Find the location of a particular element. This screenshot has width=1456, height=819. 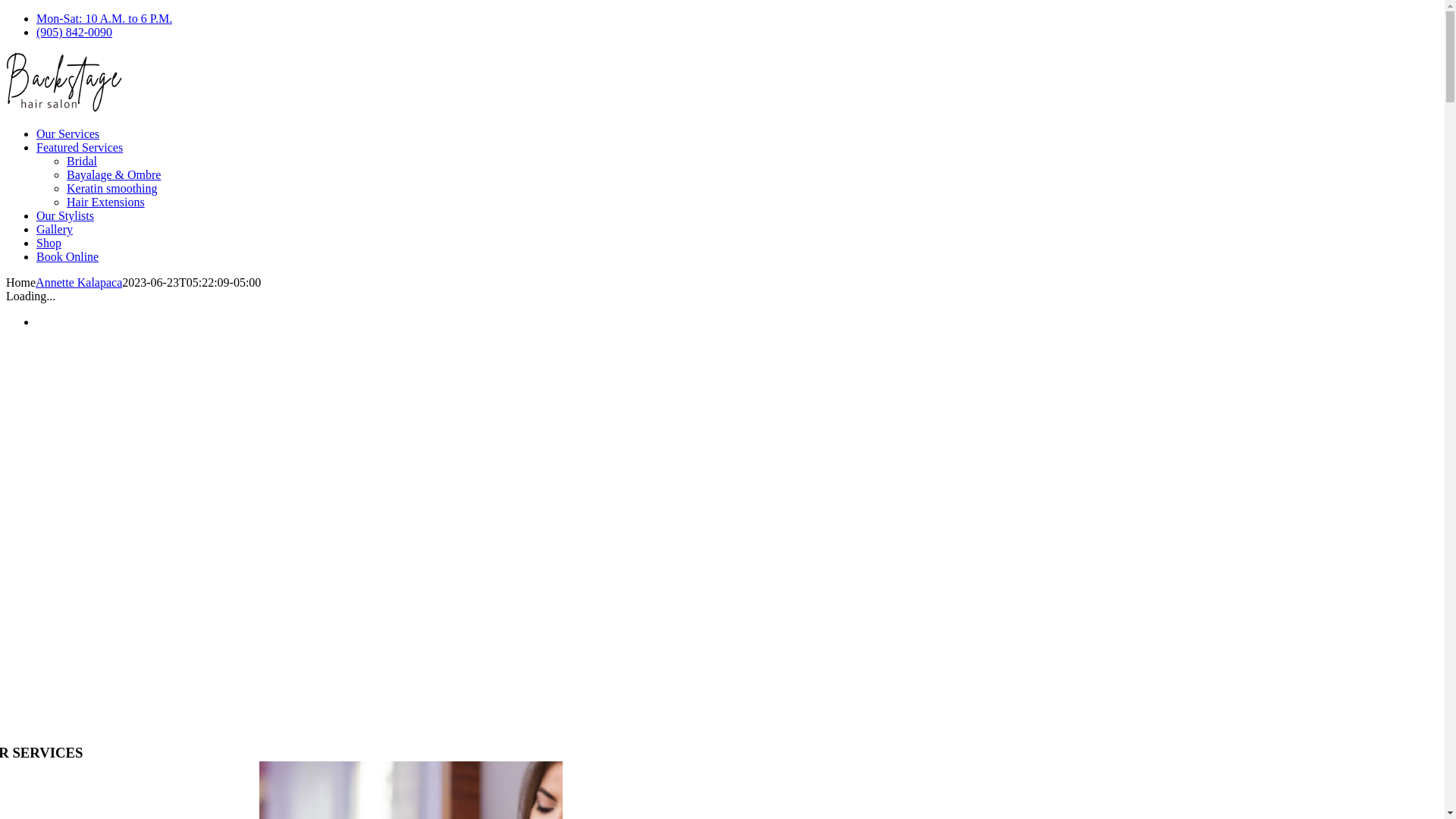

'Hair Extensions' is located at coordinates (105, 201).